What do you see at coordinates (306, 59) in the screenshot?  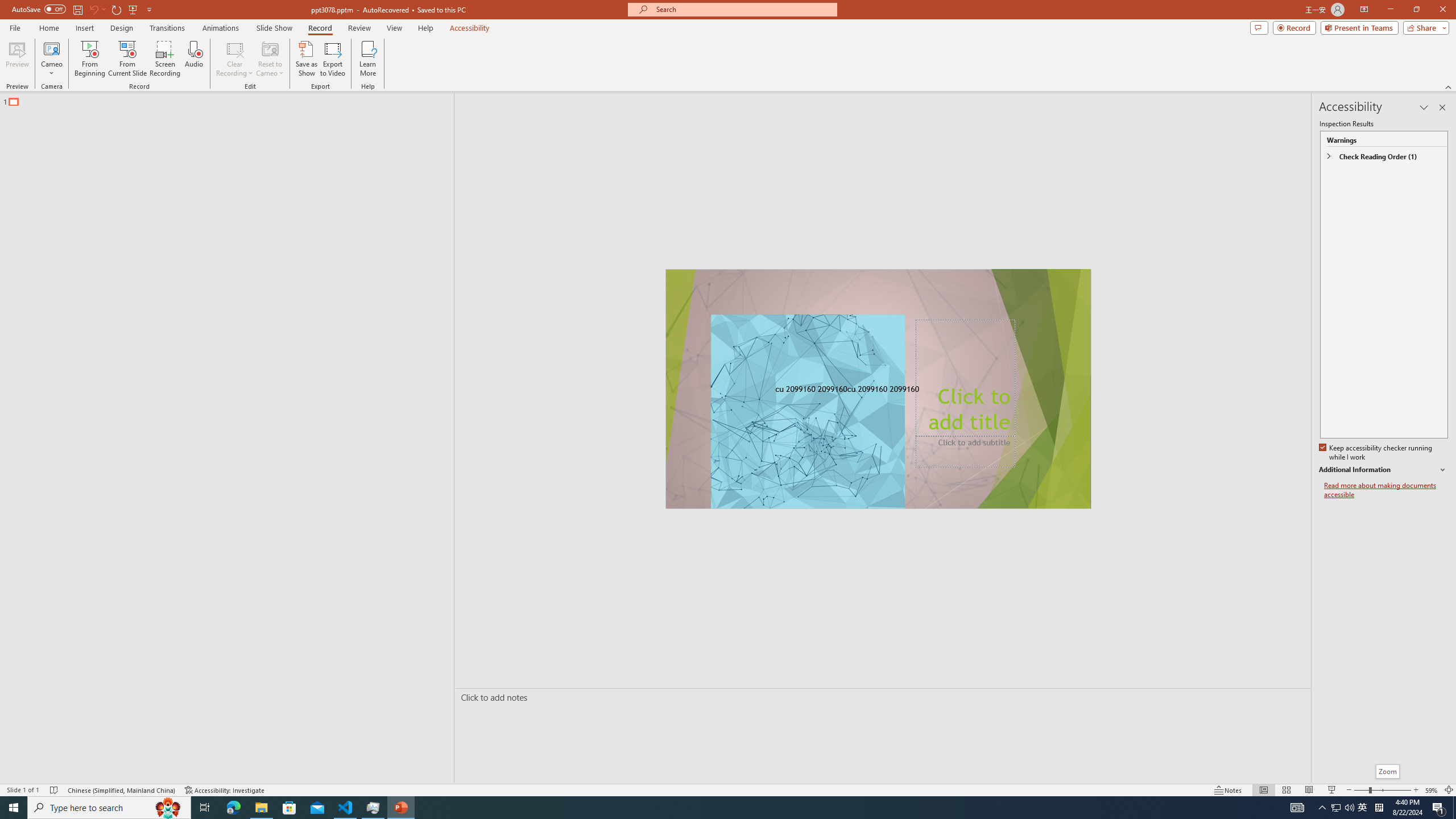 I see `'Save as Show'` at bounding box center [306, 59].